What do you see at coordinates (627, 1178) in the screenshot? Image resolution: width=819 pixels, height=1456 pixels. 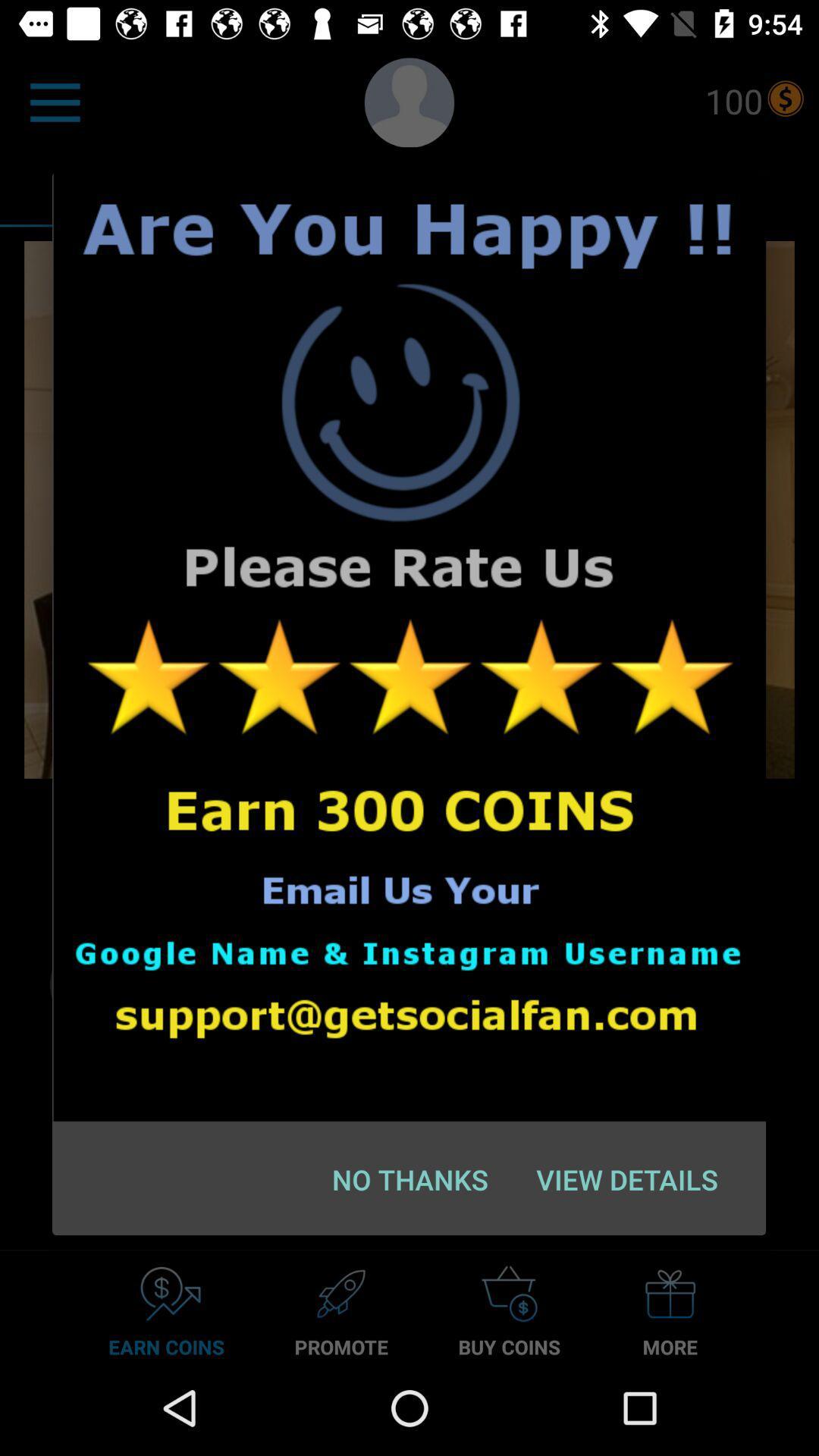 I see `the icon next to the no thanks item` at bounding box center [627, 1178].